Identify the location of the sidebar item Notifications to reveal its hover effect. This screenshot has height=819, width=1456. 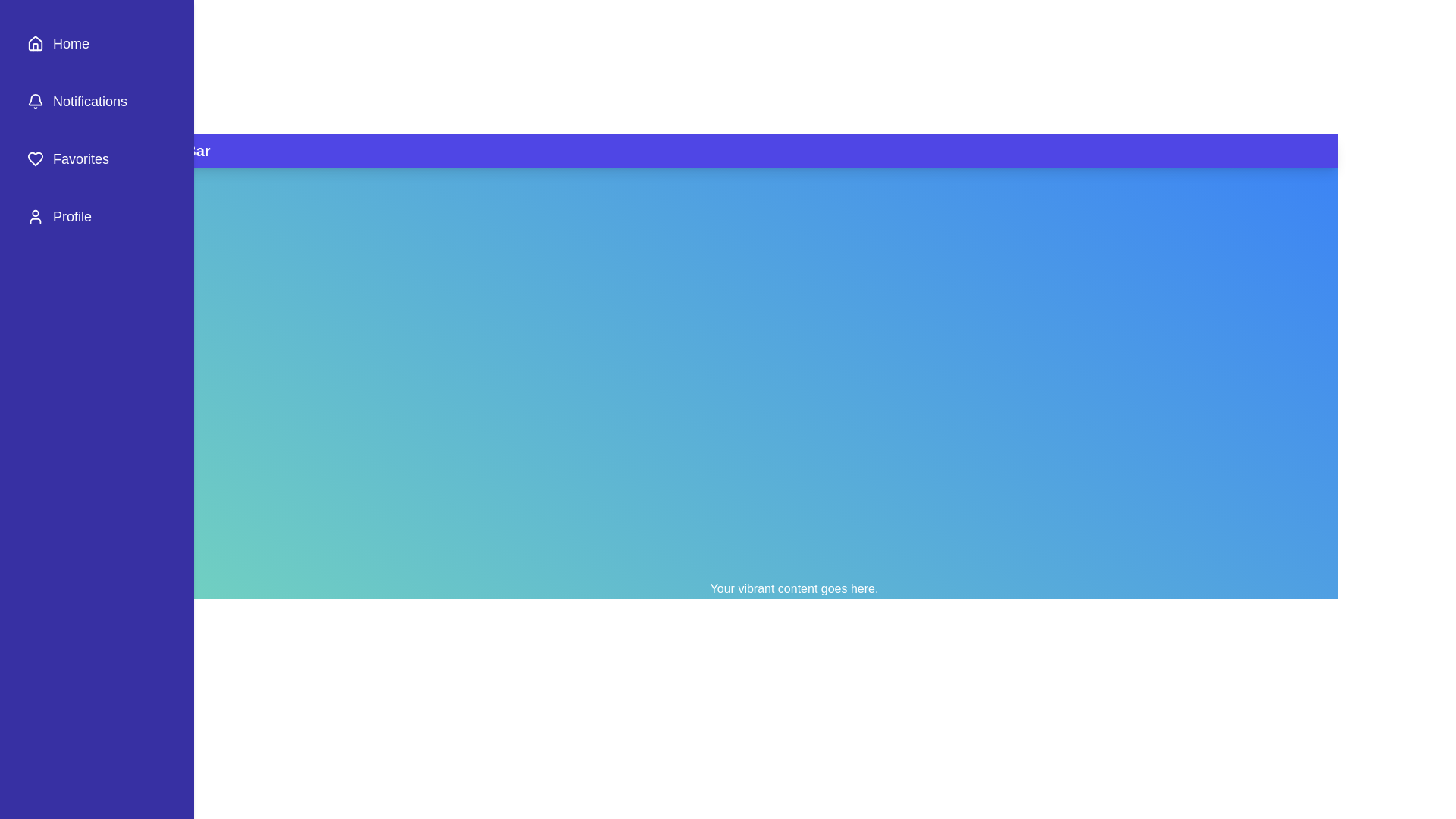
(96, 102).